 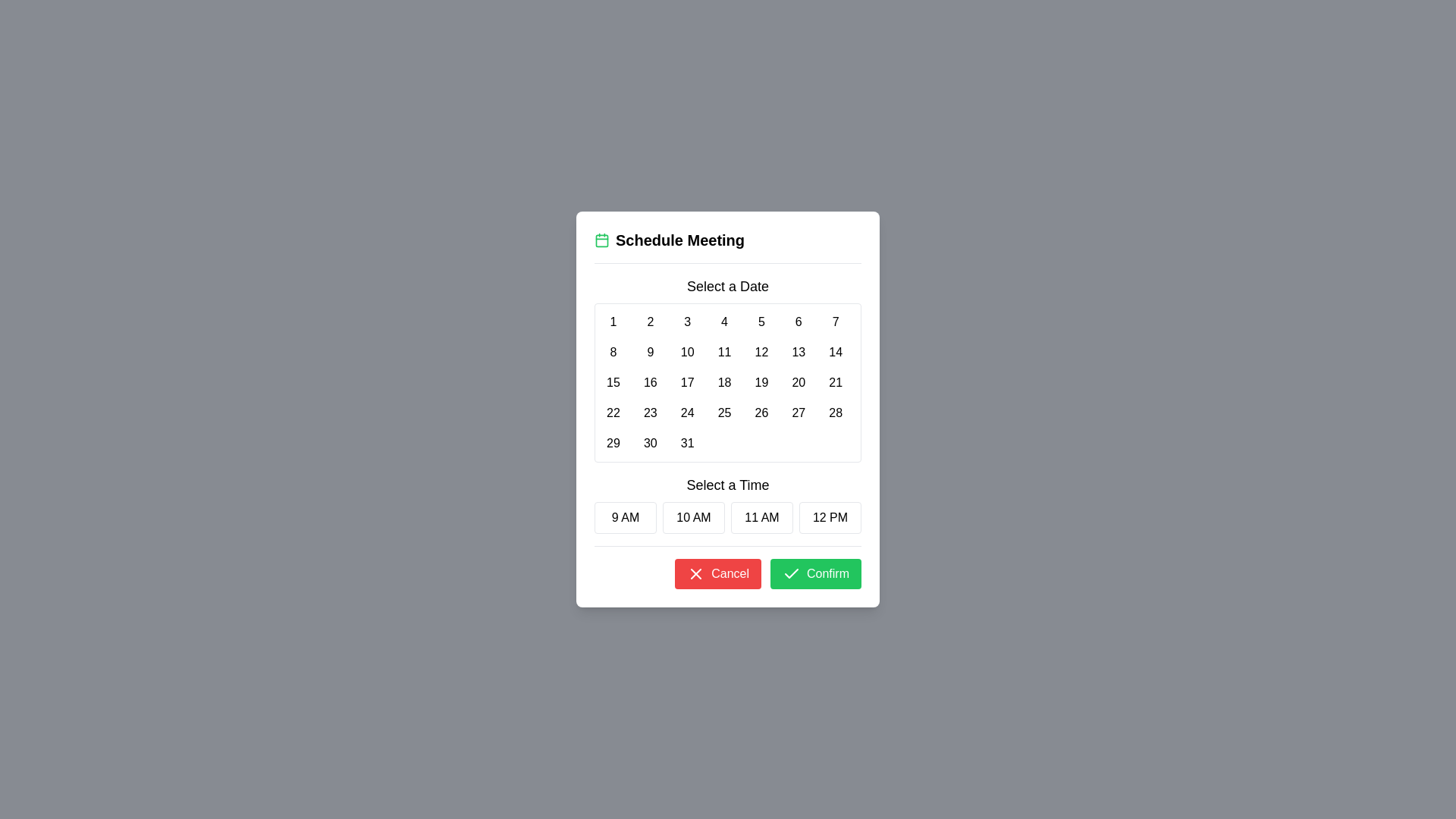 What do you see at coordinates (798, 413) in the screenshot?
I see `the small rectangular button displaying the number '27', which is part of a calendar grid layout` at bounding box center [798, 413].